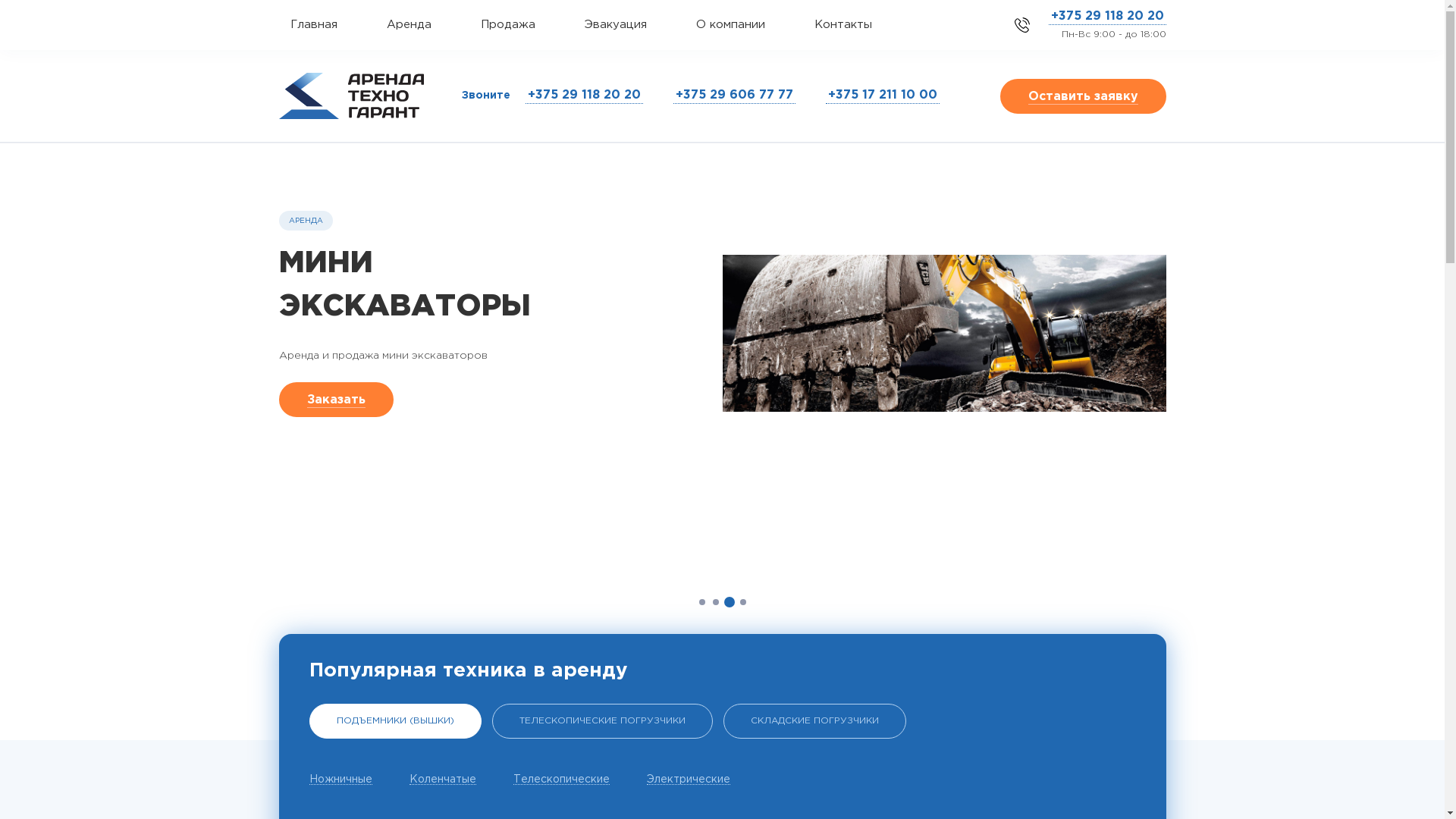 This screenshot has height=819, width=1456. What do you see at coordinates (715, 601) in the screenshot?
I see `'2'` at bounding box center [715, 601].